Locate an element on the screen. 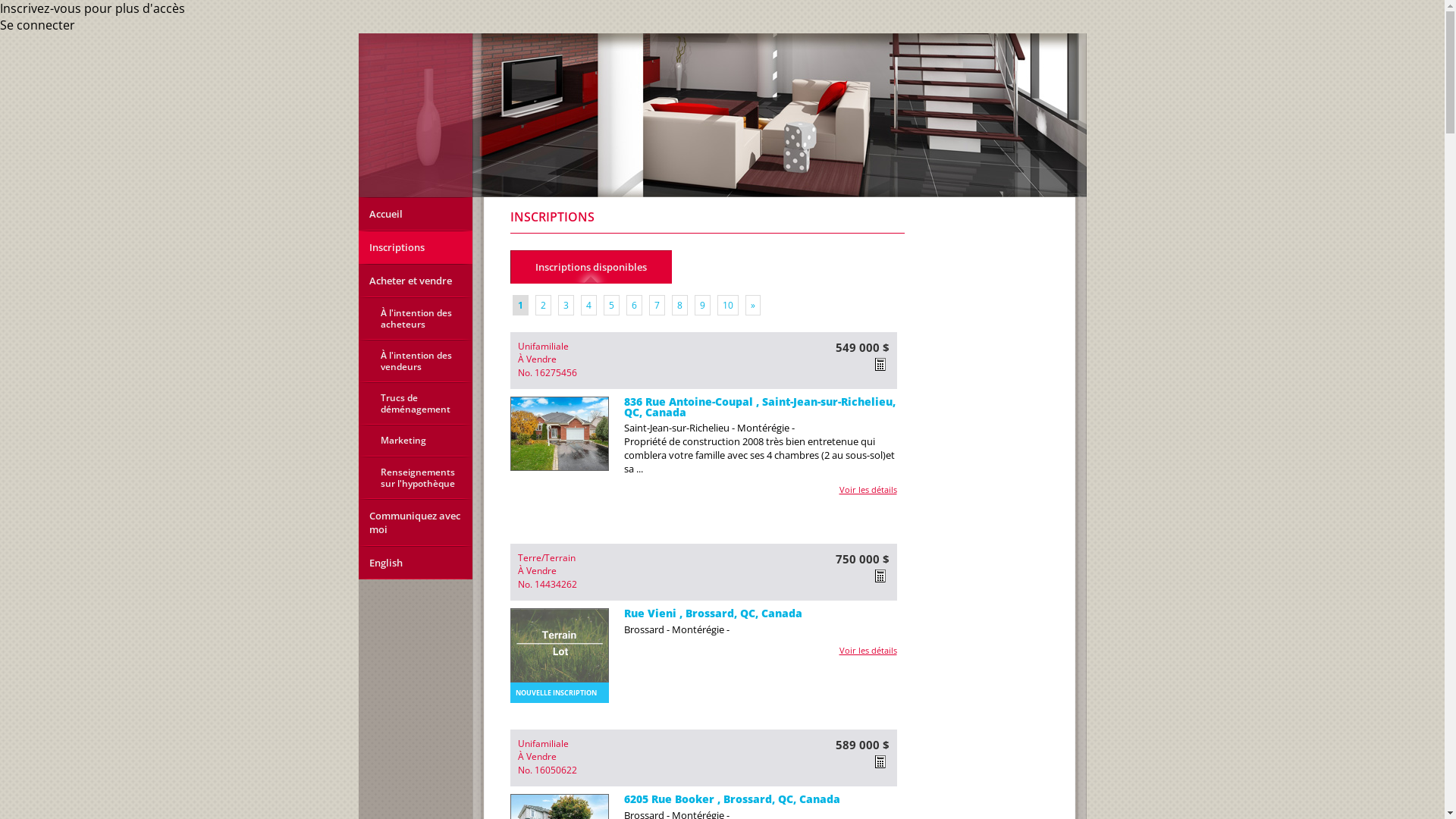  '7' is located at coordinates (657, 305).